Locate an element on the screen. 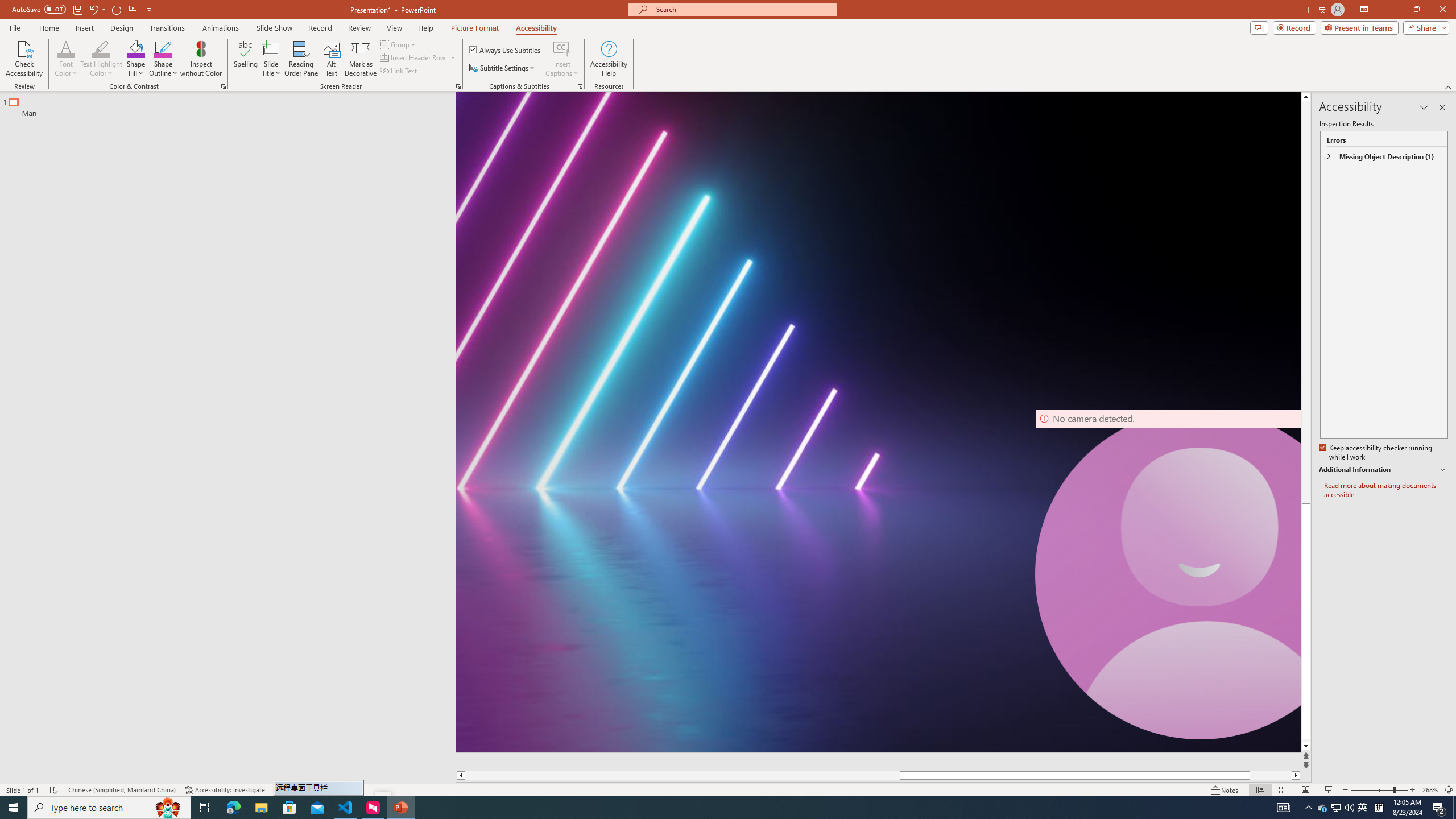  'Link Text' is located at coordinates (399, 69).